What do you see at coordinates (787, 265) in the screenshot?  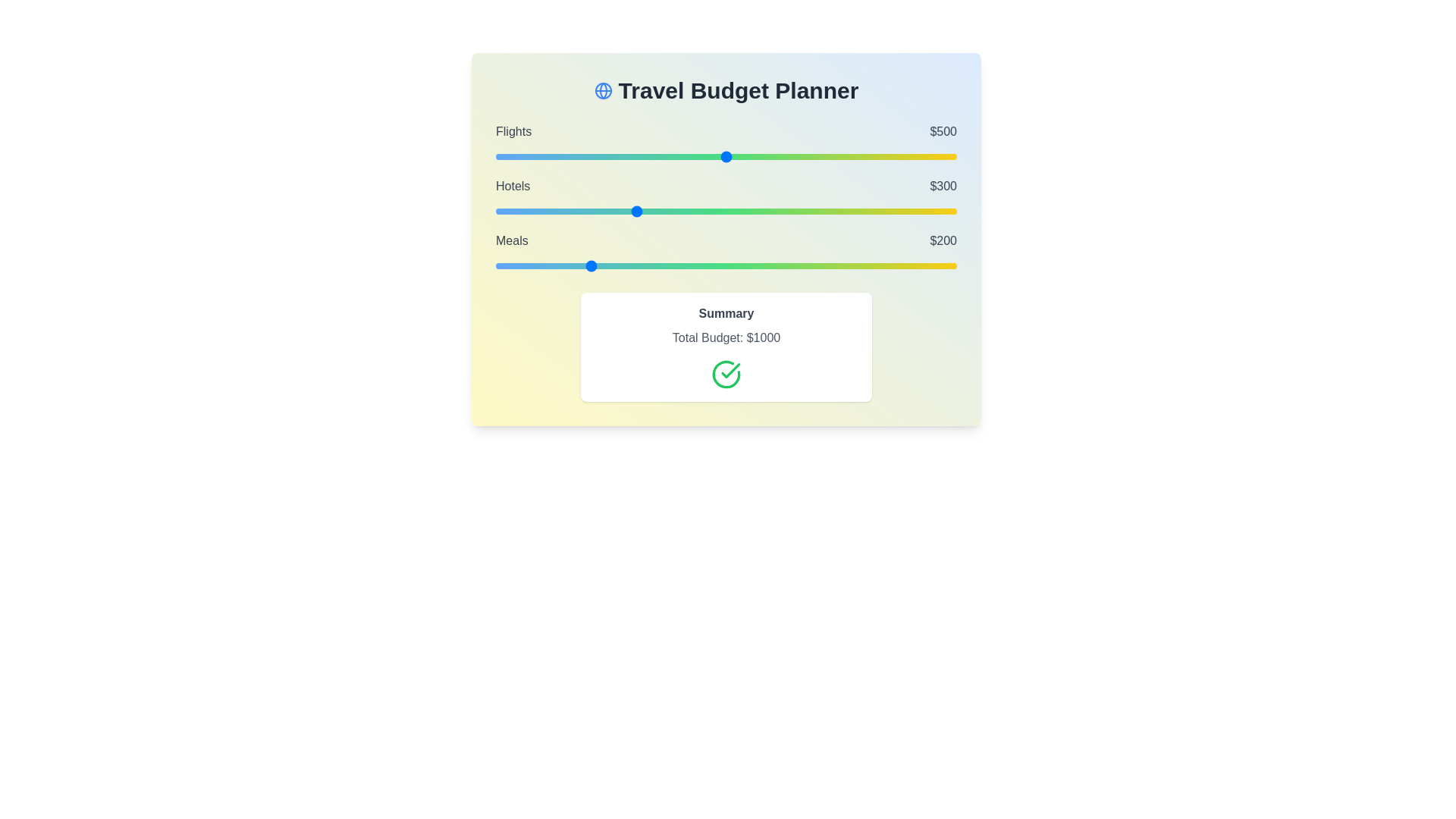 I see `the 'Meals' slider to 633 within the range 0 to 1000` at bounding box center [787, 265].